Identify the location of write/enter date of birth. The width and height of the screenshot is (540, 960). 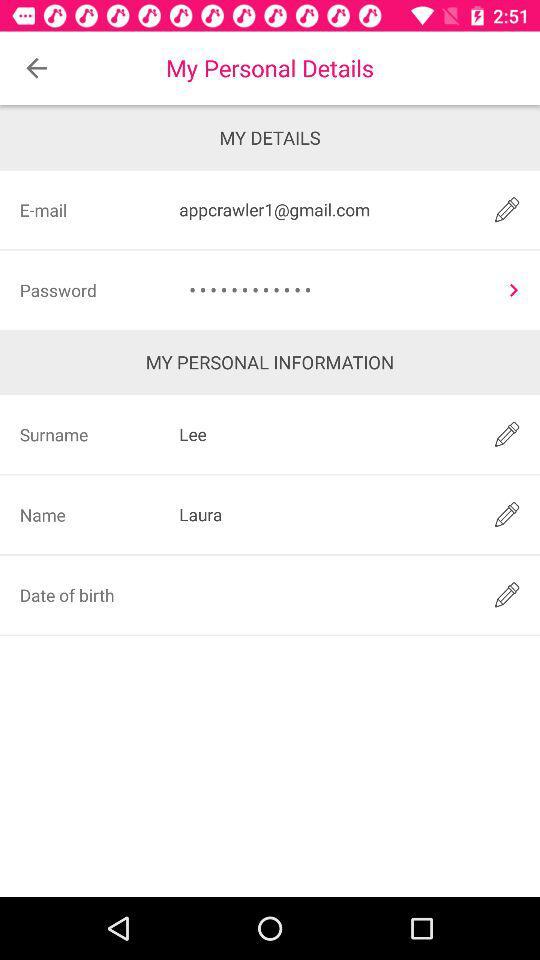
(323, 594).